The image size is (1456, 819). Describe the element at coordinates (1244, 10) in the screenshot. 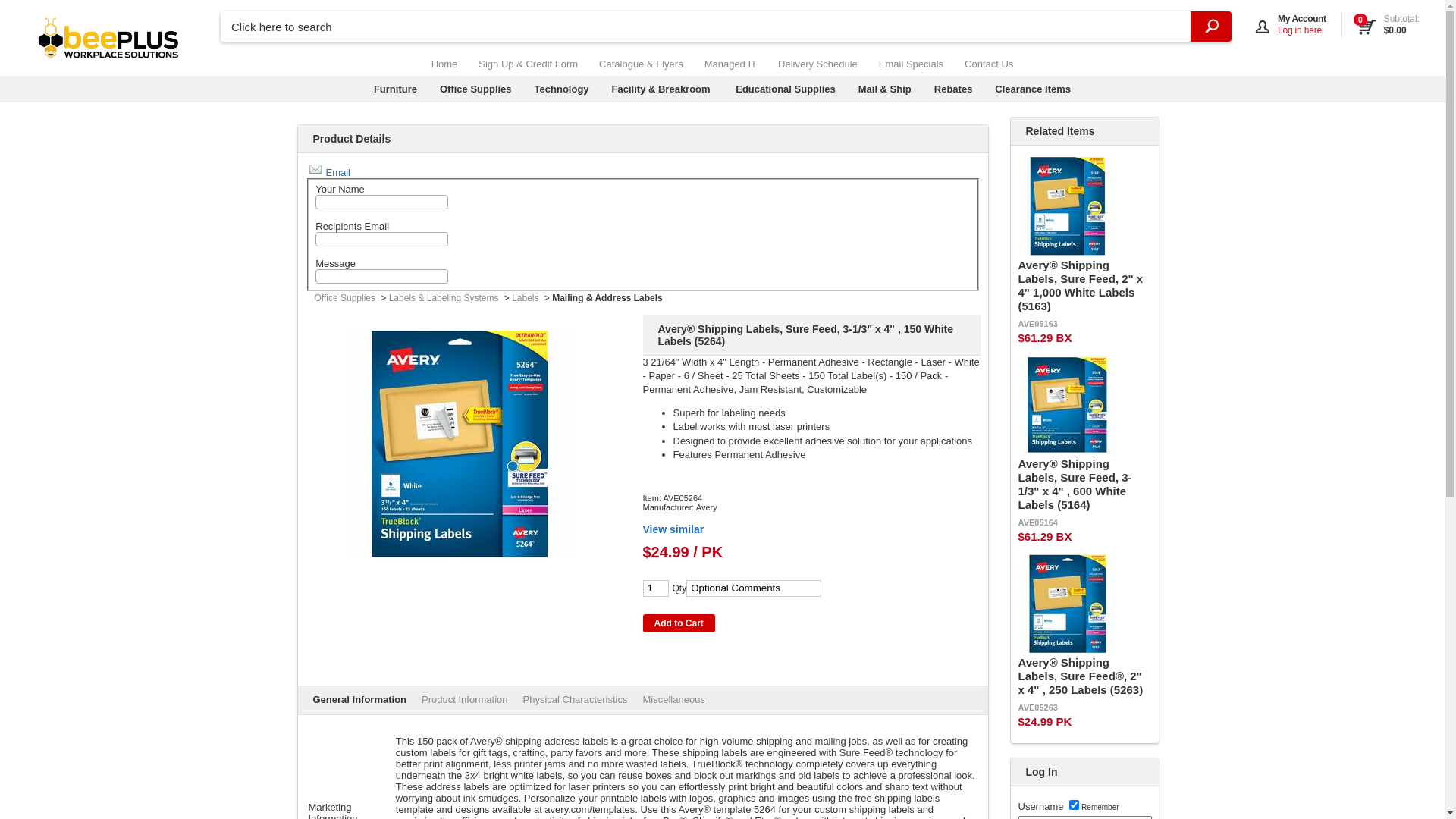

I see `'Open My Account'` at that location.